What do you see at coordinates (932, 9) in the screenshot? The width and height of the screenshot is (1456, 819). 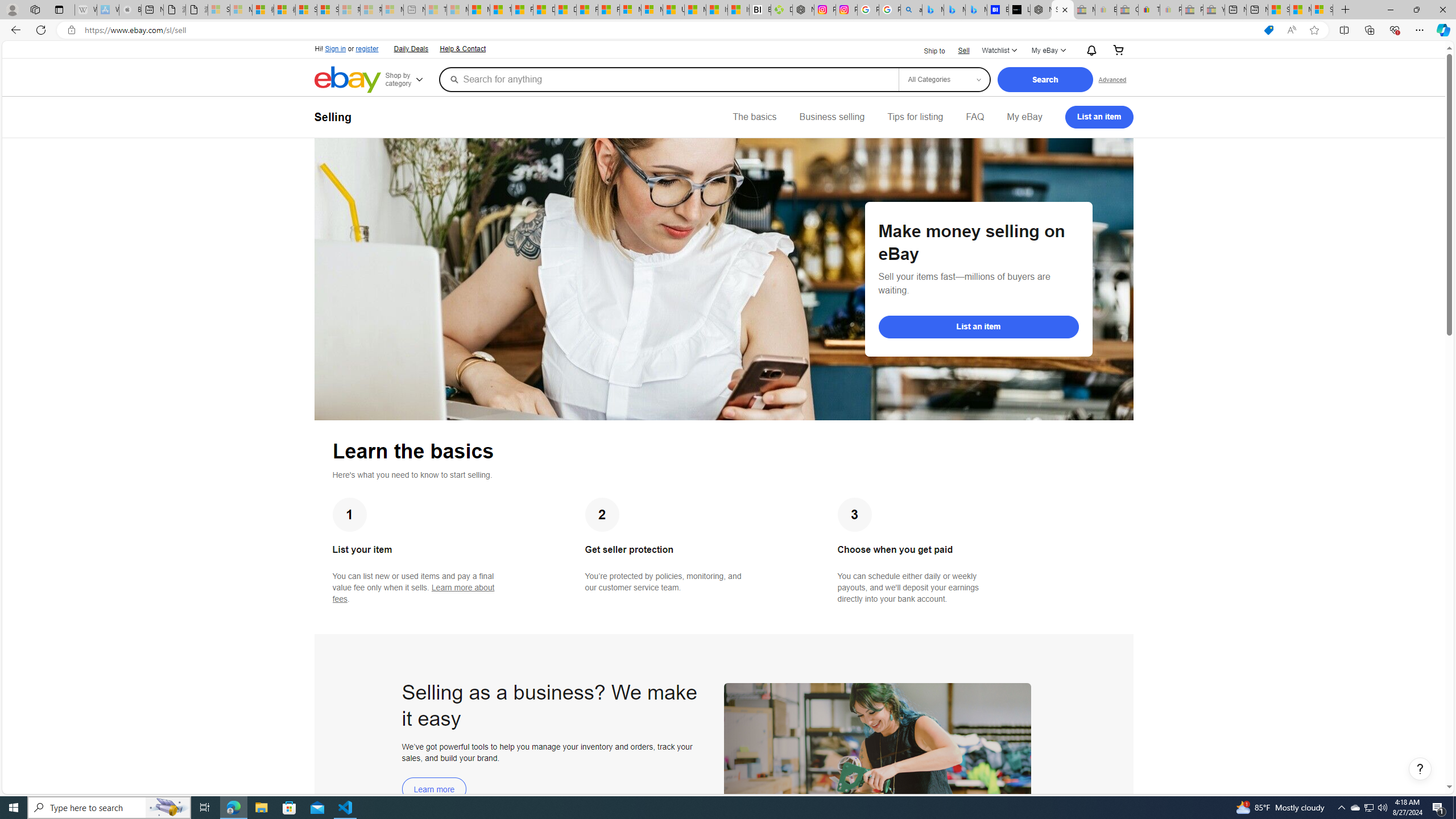 I see `'Microsoft Bing Travel - Flights from Hong Kong to Bangkok'` at bounding box center [932, 9].